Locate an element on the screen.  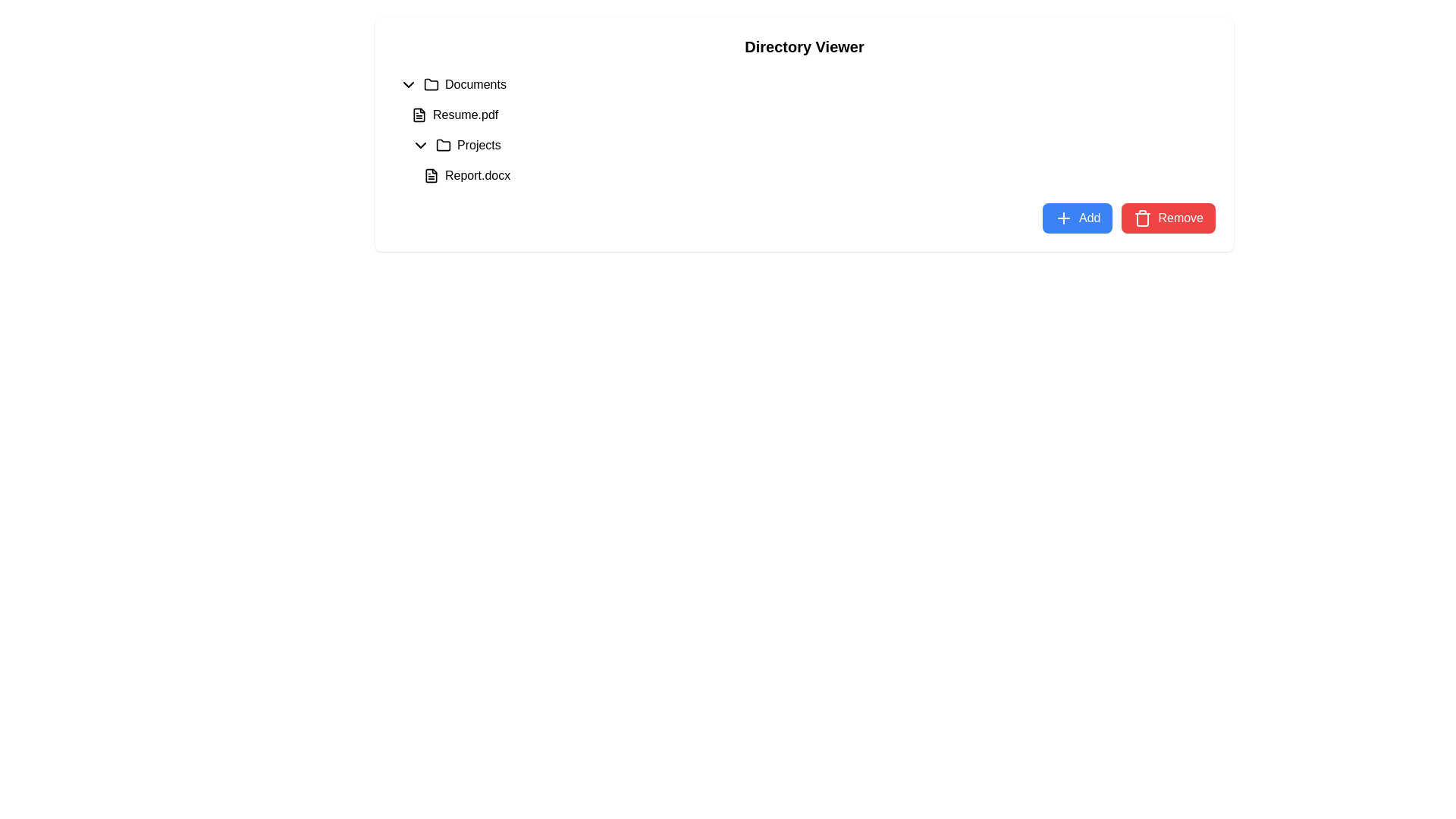
the 'Projects' text label that identifies a folder within the 'Documents' expandable directory structure is located at coordinates (478, 146).